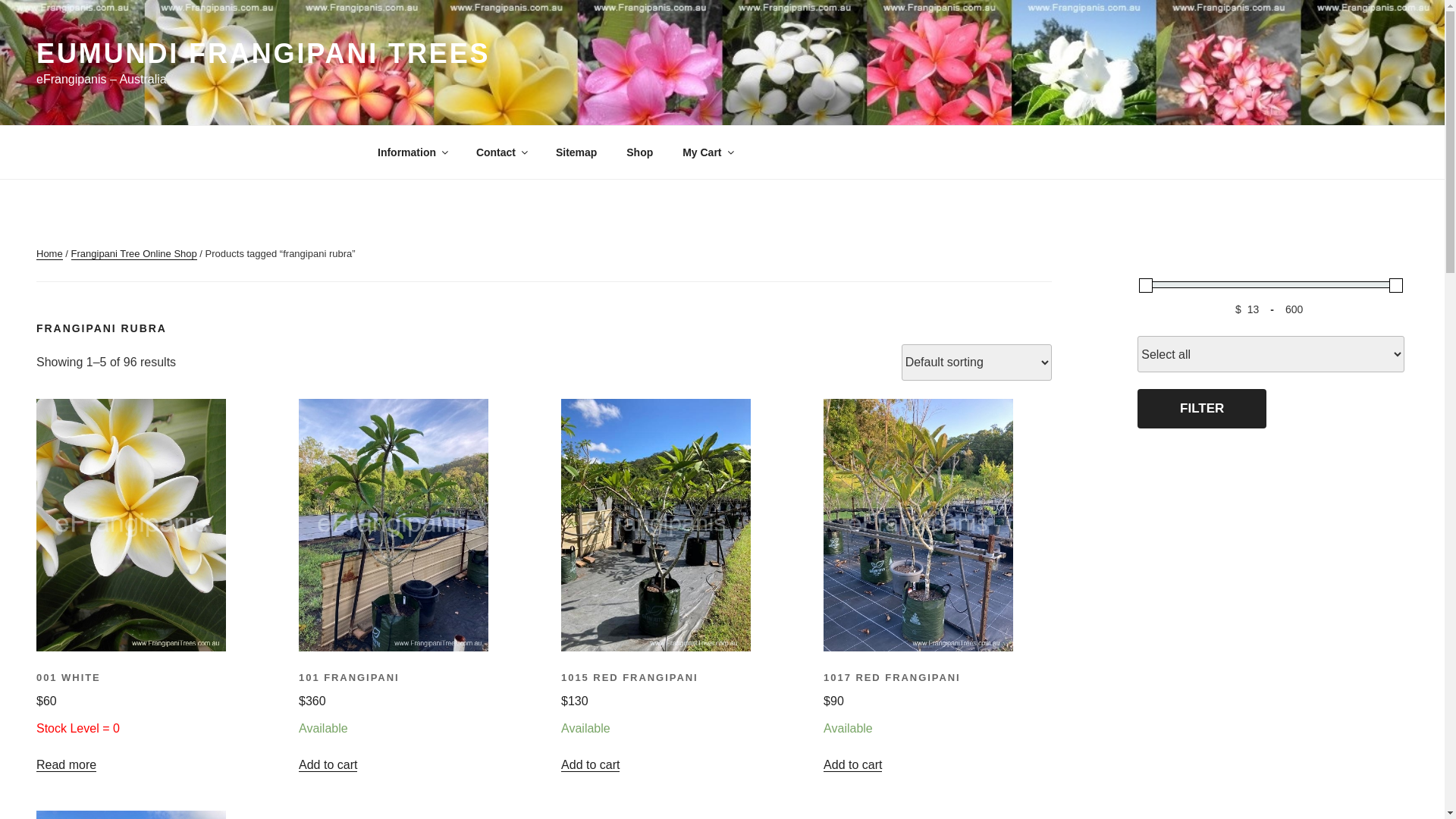 This screenshot has height=819, width=1456. Describe the element at coordinates (500, 152) in the screenshot. I see `'Contact'` at that location.